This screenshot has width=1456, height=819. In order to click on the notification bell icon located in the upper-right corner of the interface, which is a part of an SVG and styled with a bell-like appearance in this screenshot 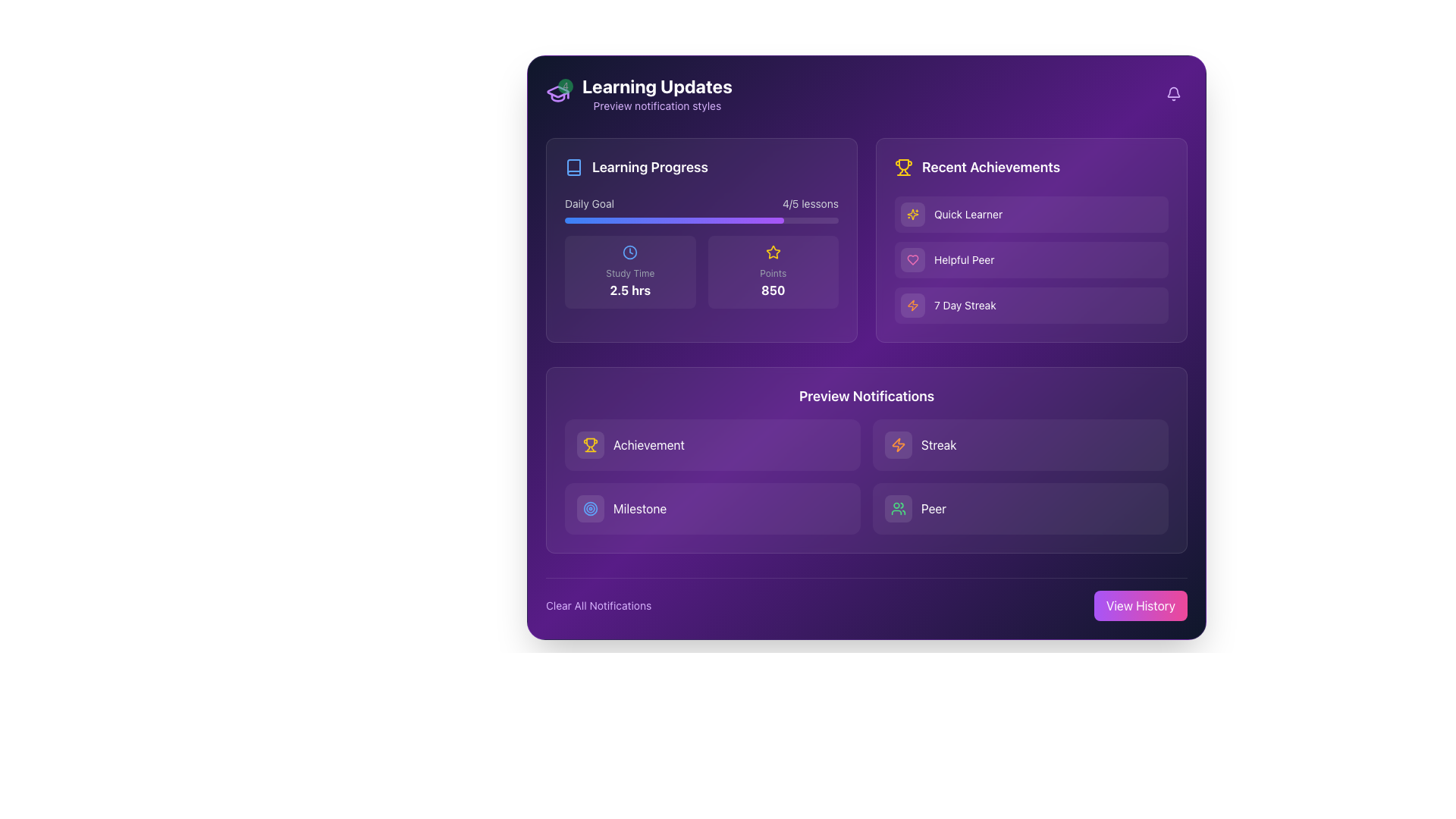, I will do `click(1173, 92)`.